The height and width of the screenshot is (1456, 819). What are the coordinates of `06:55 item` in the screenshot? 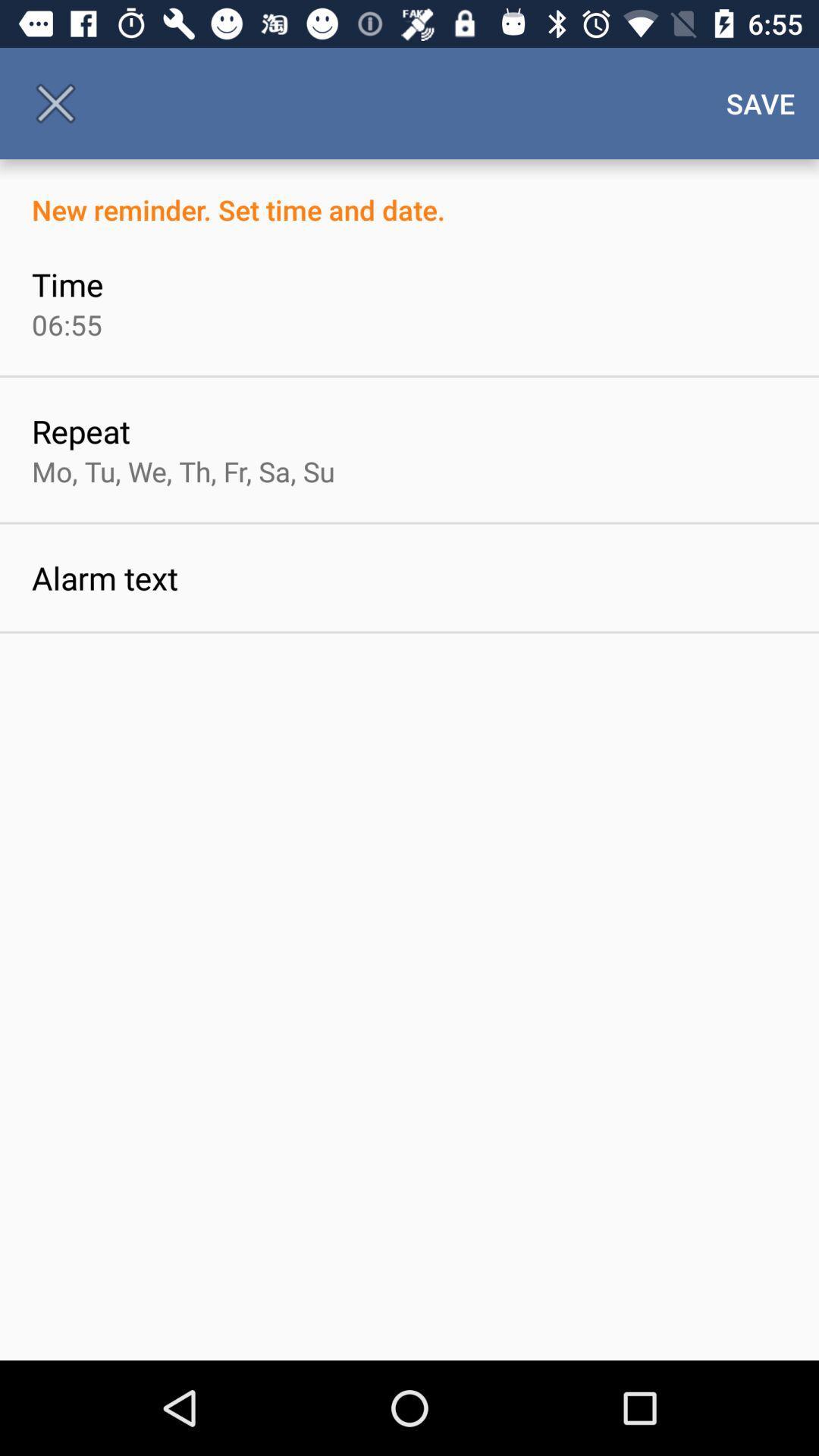 It's located at (66, 324).